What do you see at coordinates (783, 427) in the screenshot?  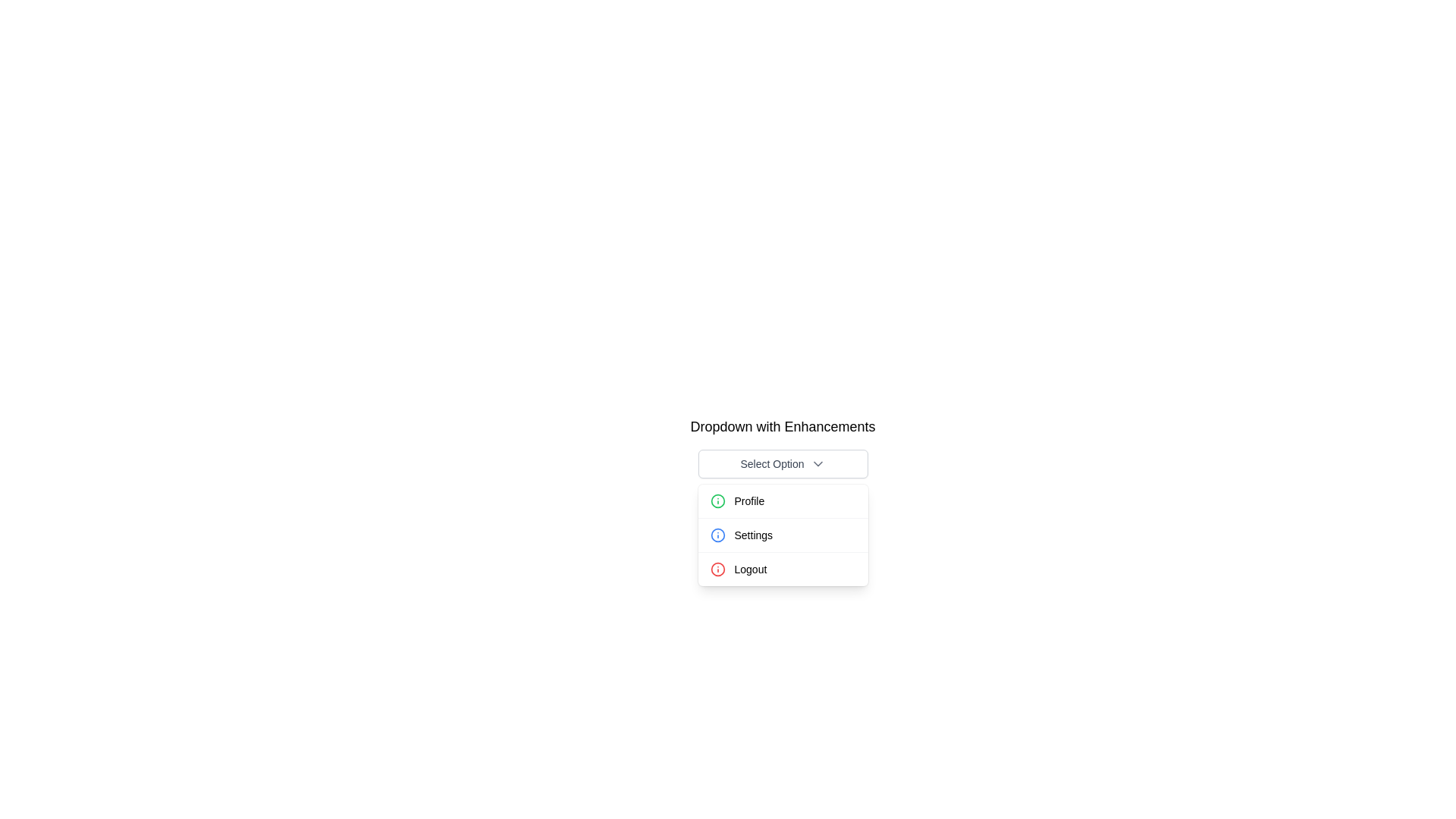 I see `the static text label that serves as a descriptor for the dropdown menu, located at the top of the dropdown section` at bounding box center [783, 427].